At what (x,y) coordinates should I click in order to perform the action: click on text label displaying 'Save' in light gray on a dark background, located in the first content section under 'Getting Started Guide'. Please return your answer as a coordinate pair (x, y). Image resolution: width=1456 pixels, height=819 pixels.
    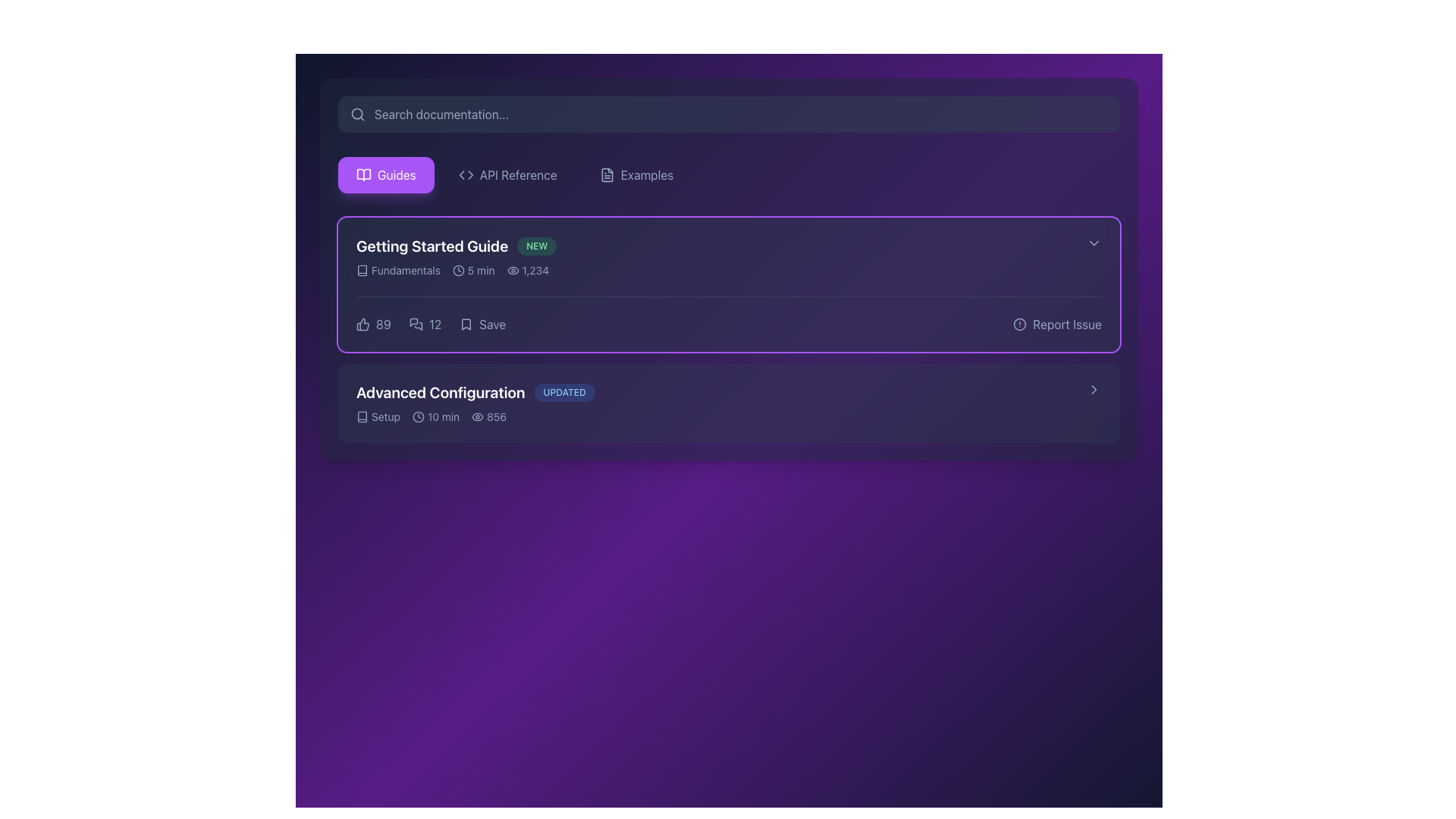
    Looking at the image, I should click on (492, 324).